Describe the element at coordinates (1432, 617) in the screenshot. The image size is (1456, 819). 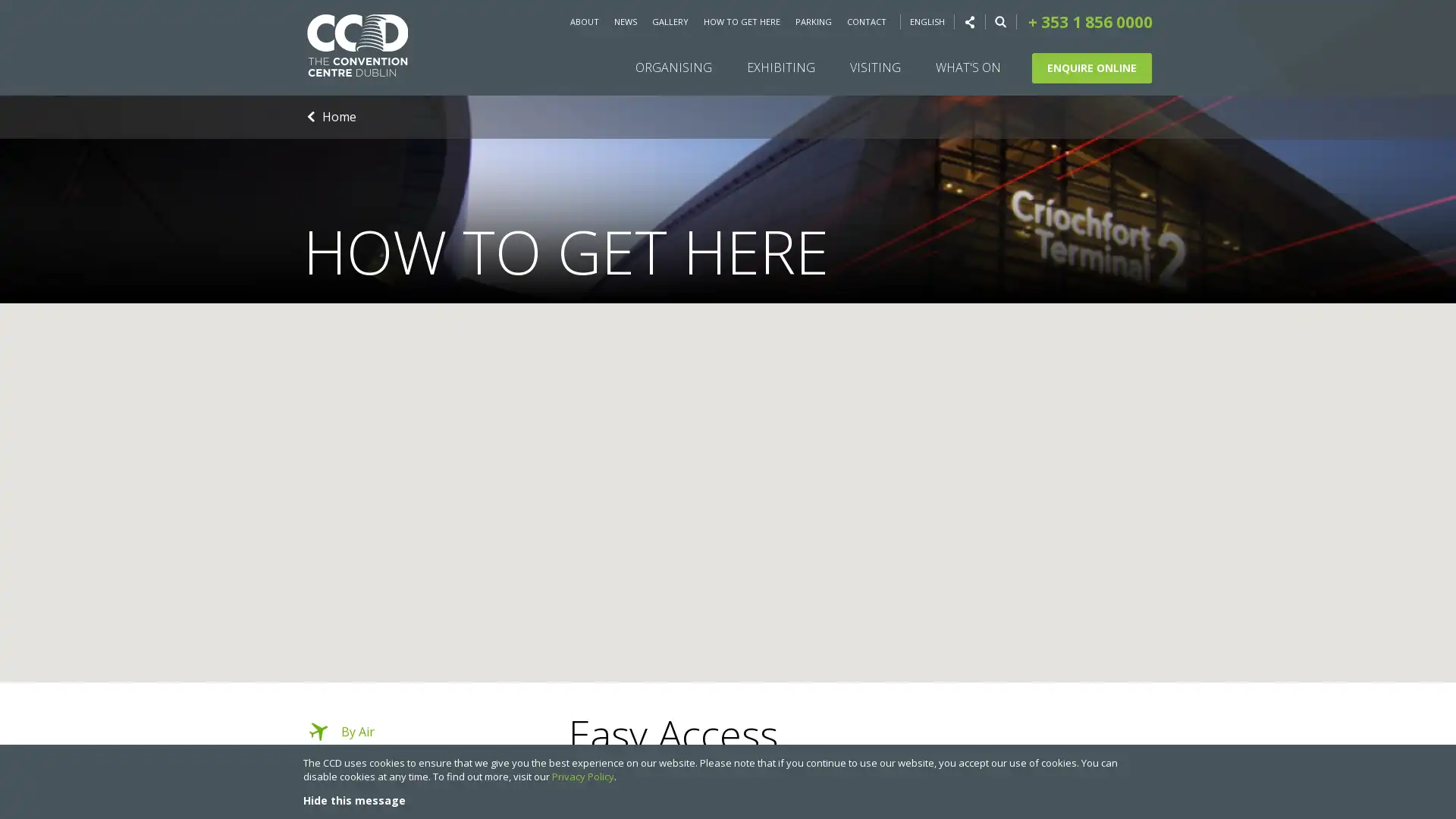
I see `Zoom in` at that location.